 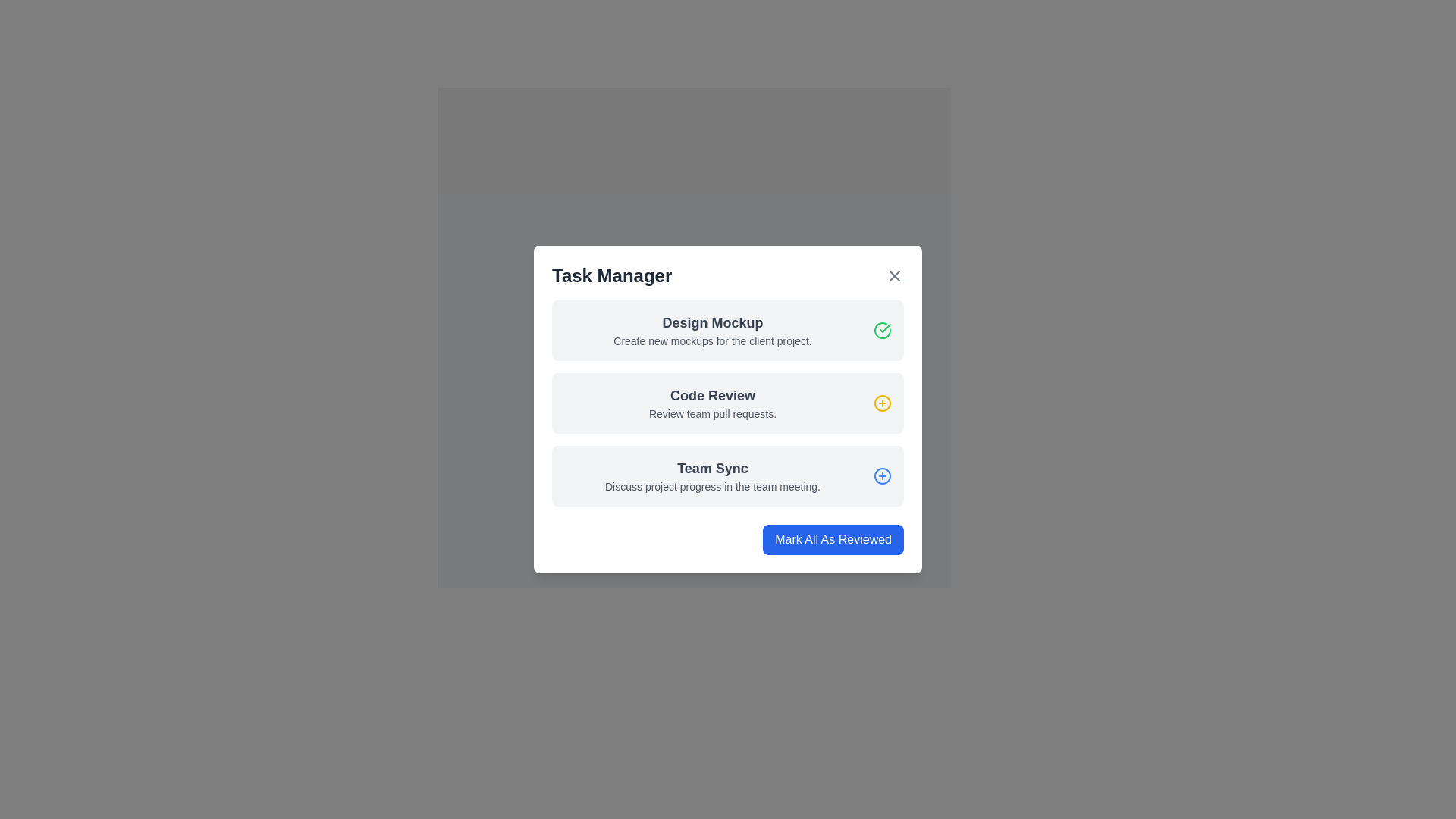 What do you see at coordinates (895, 275) in the screenshot?
I see `the small square-shaped button containing the cross icon located at the top-right corner of the modal for keyboard navigation` at bounding box center [895, 275].